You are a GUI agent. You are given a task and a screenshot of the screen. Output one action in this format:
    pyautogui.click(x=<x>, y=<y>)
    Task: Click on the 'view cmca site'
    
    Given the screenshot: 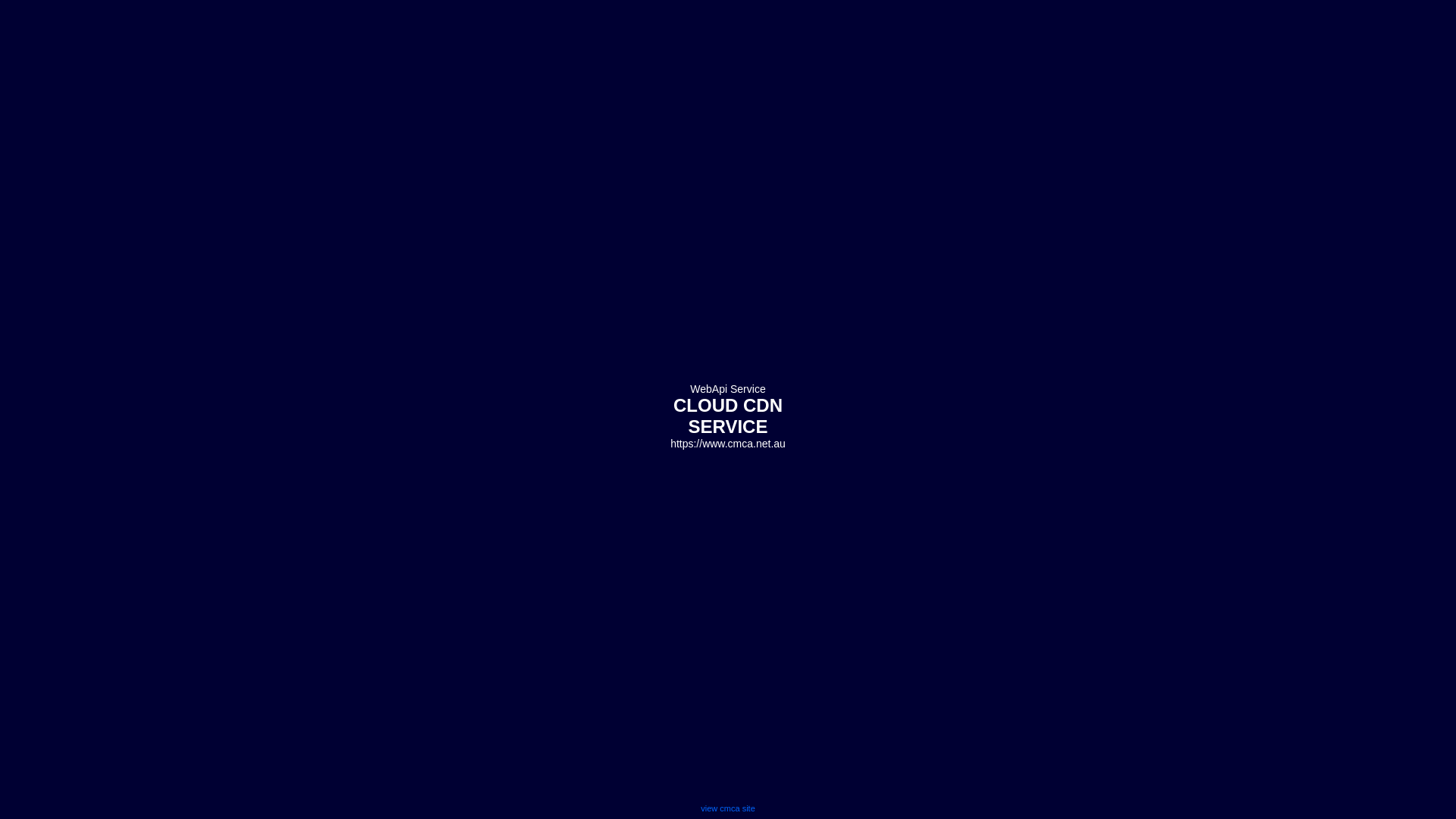 What is the action you would take?
    pyautogui.click(x=728, y=807)
    